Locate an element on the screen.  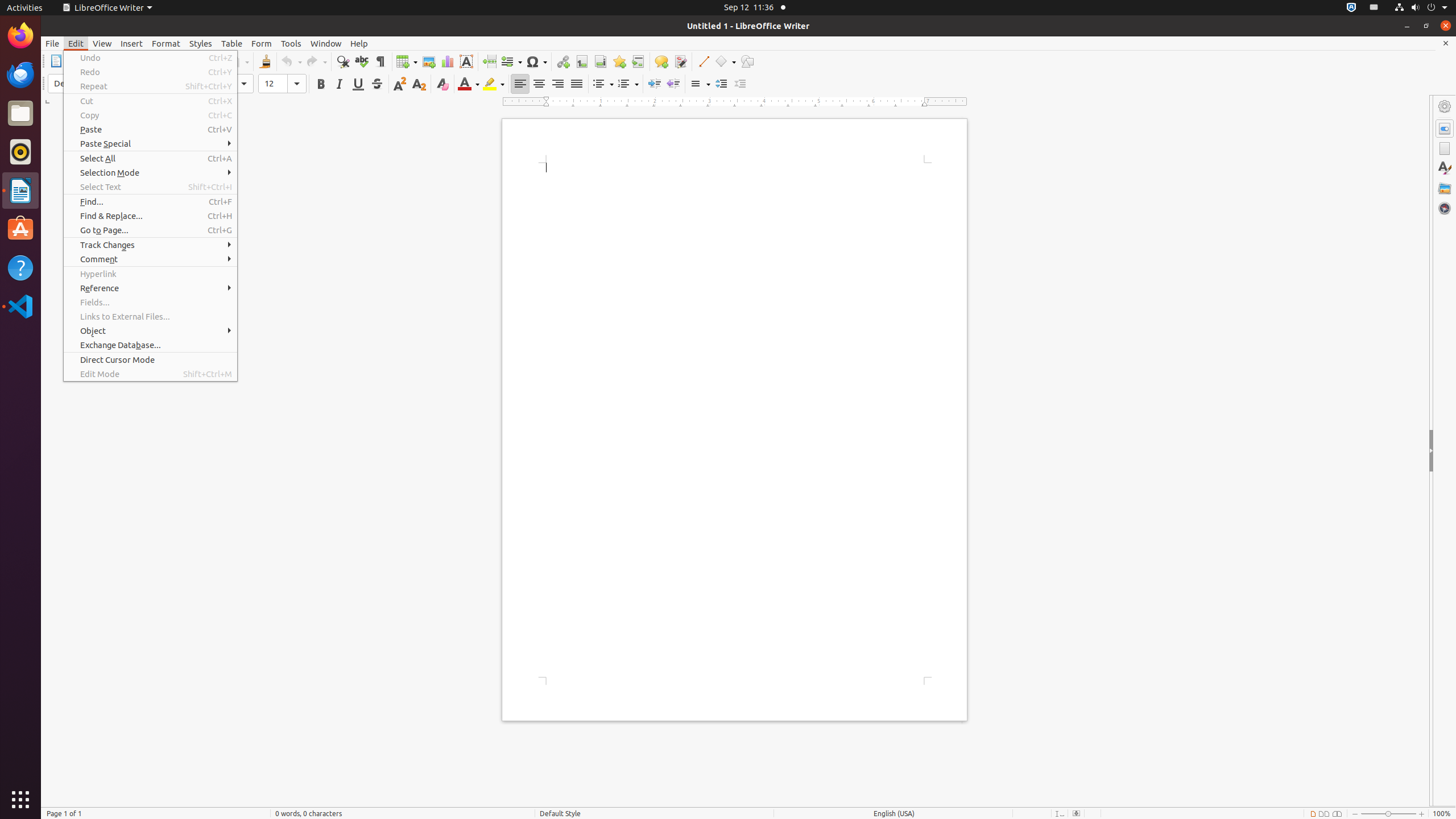
'Form' is located at coordinates (262, 43).